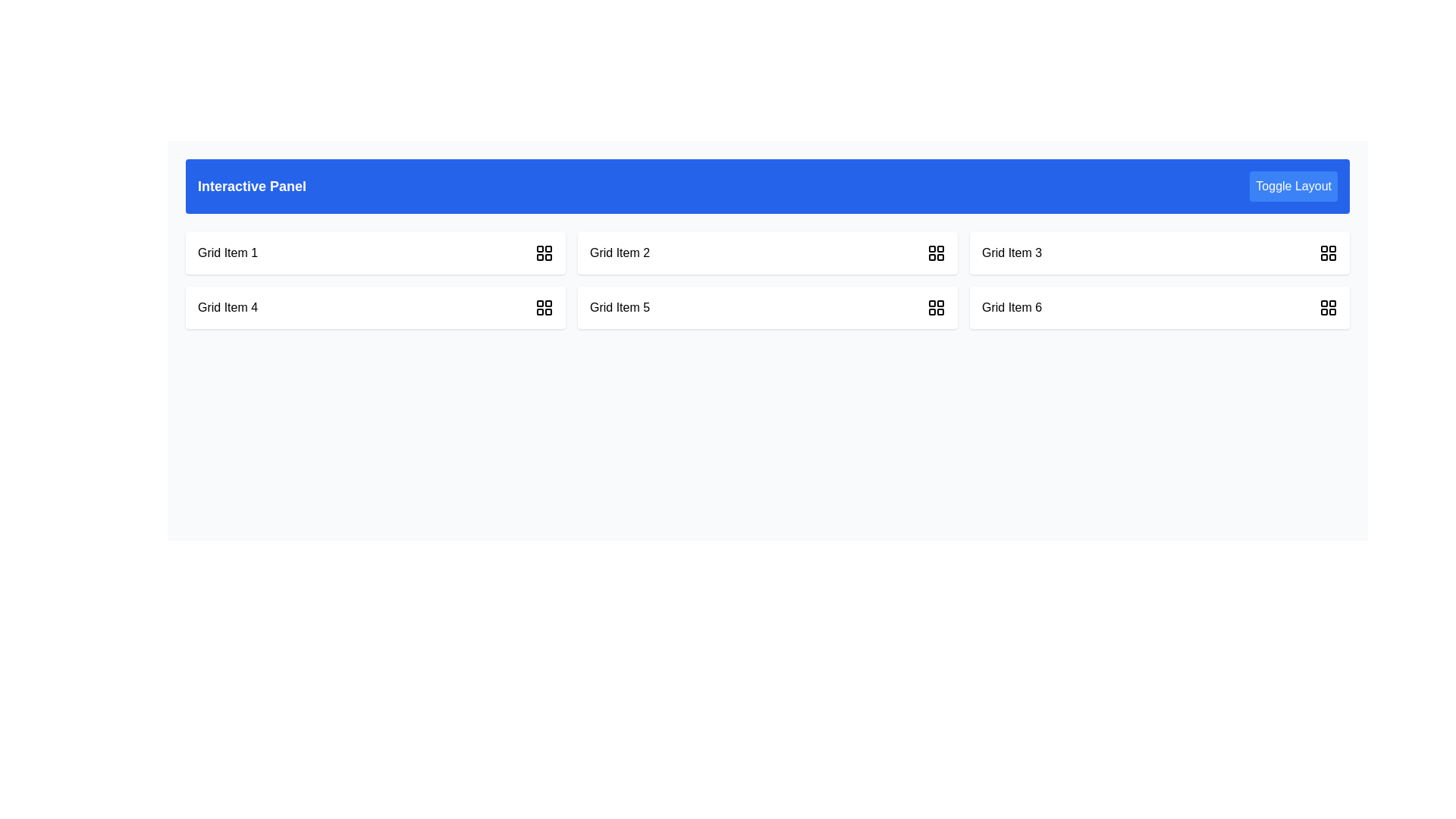 This screenshot has width=1456, height=819. I want to click on the bold text label reading 'Interactive Panel' located on the left side of the blue background section at the top of the panel, so click(252, 186).